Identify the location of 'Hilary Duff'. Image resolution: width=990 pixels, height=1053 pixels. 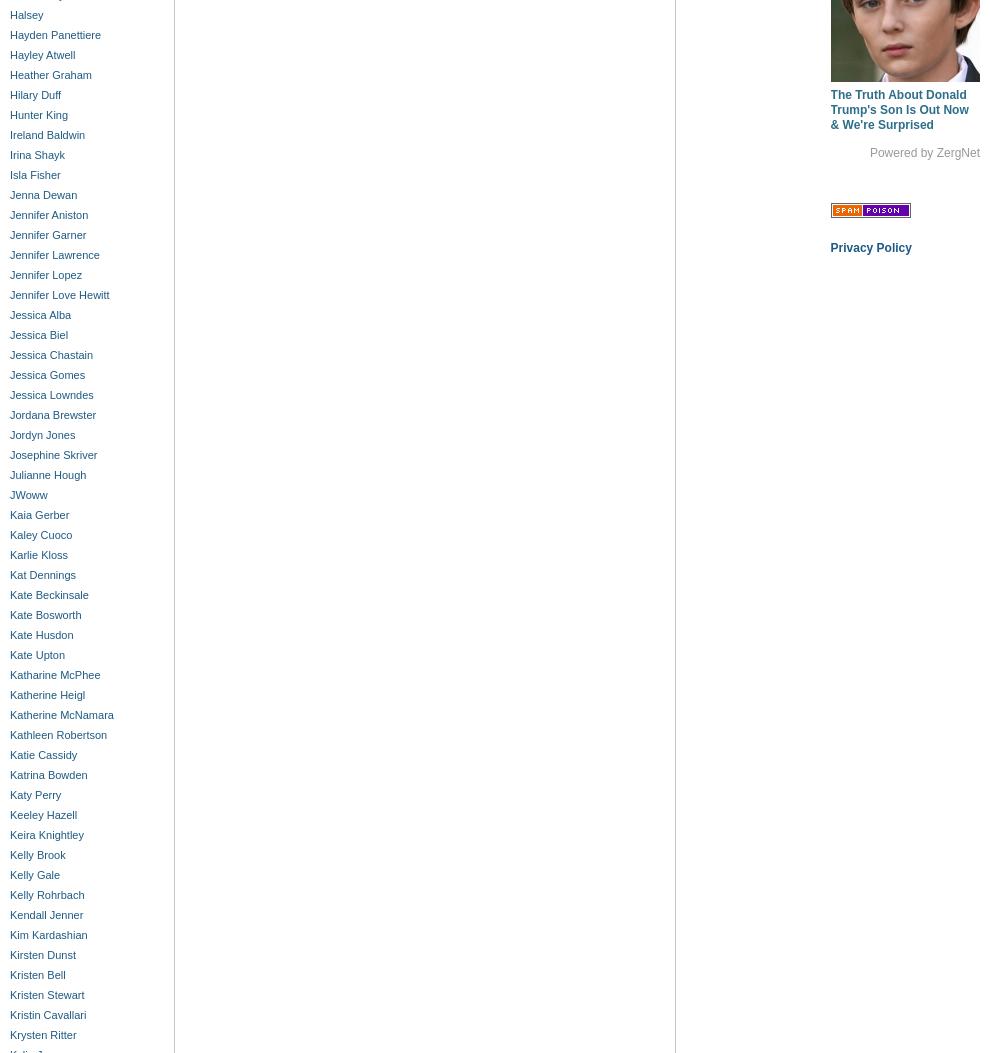
(34, 93).